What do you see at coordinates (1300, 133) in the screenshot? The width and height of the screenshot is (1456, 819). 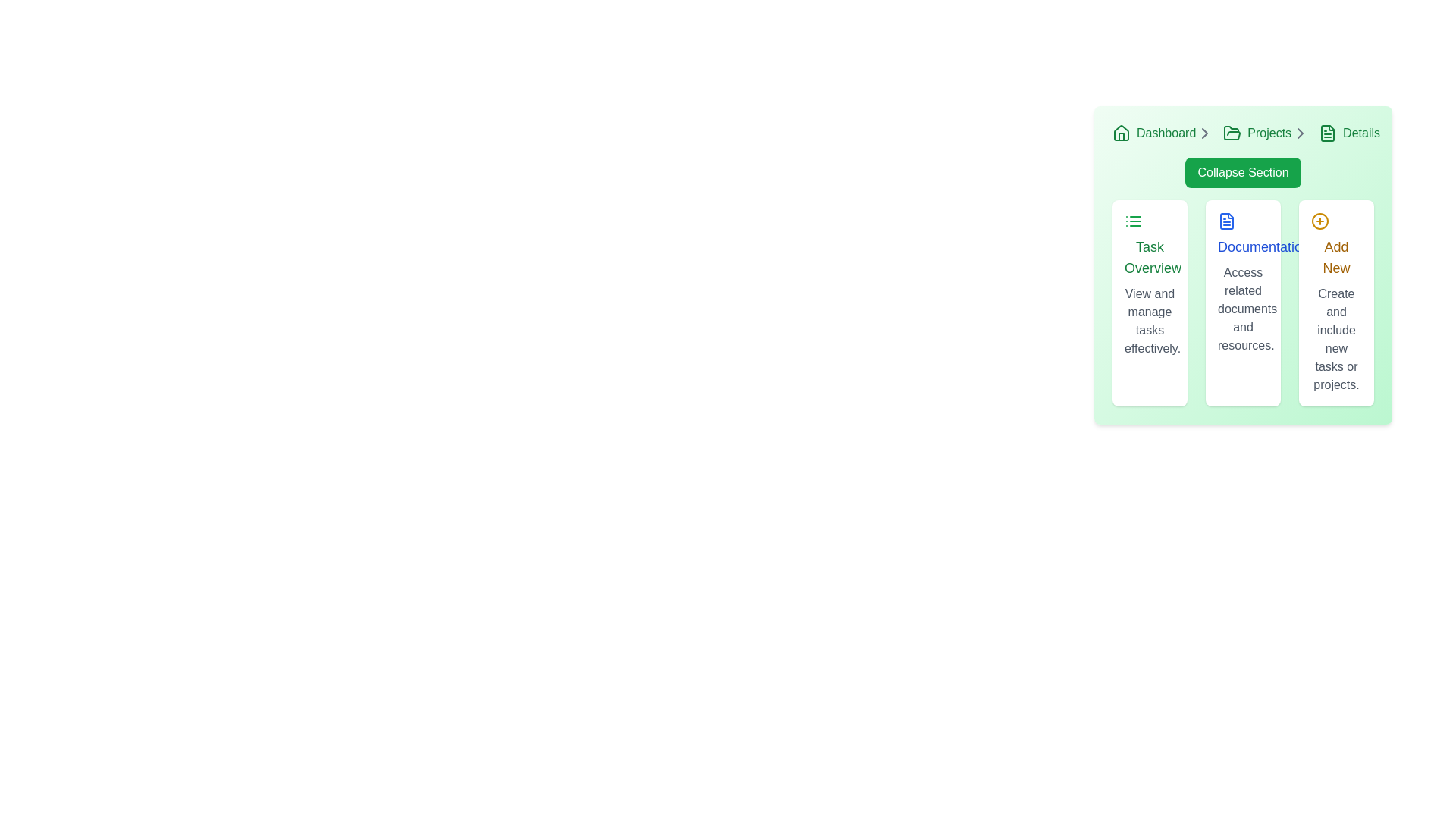 I see `the chevron arrow icon in the breadcrumb navigation bar located at the top of the card interface, which is styled with a thin gray stroke and positioned between 'Projects' and 'Details'` at bounding box center [1300, 133].